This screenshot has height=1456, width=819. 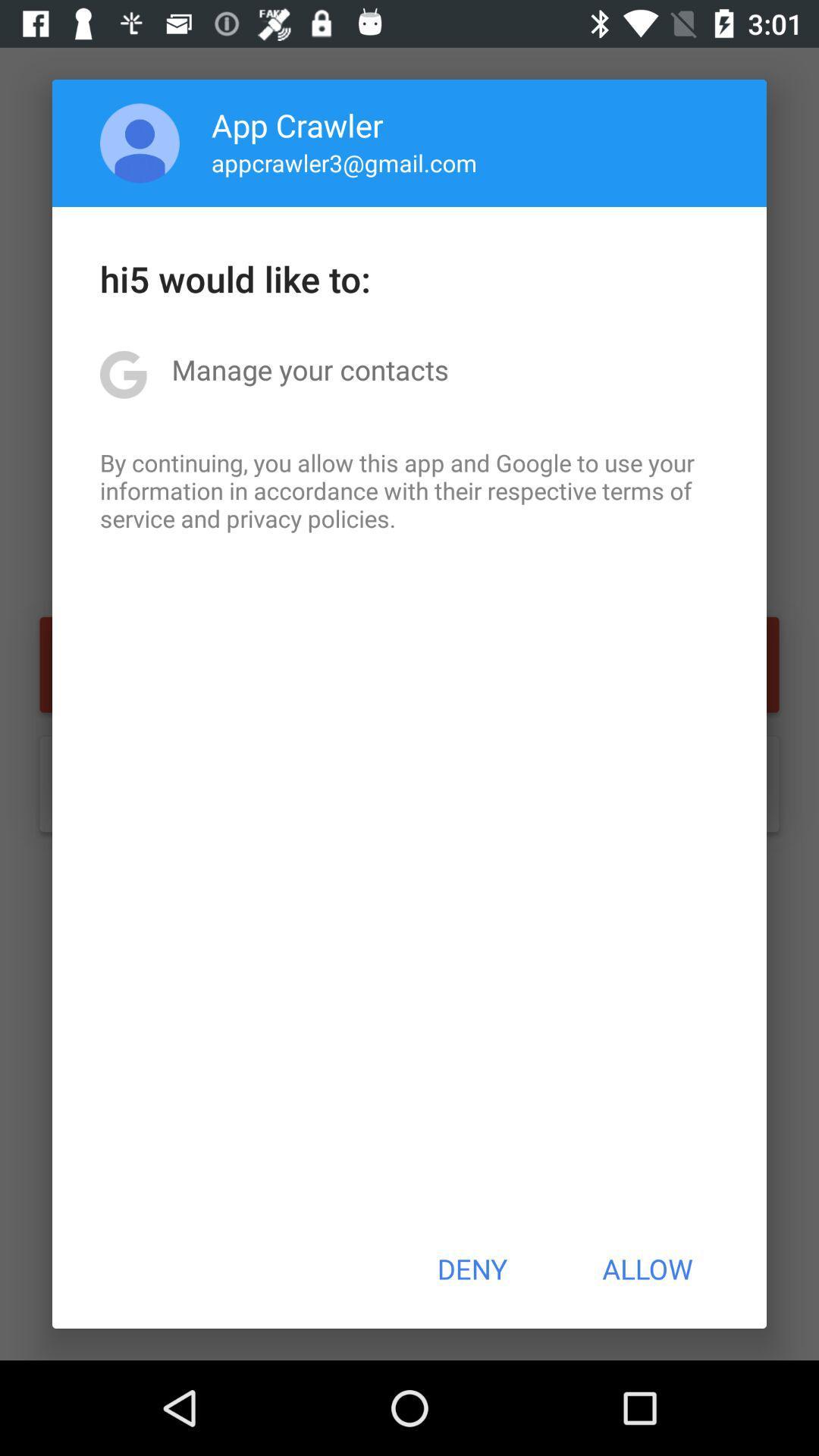 I want to click on the deny item, so click(x=471, y=1269).